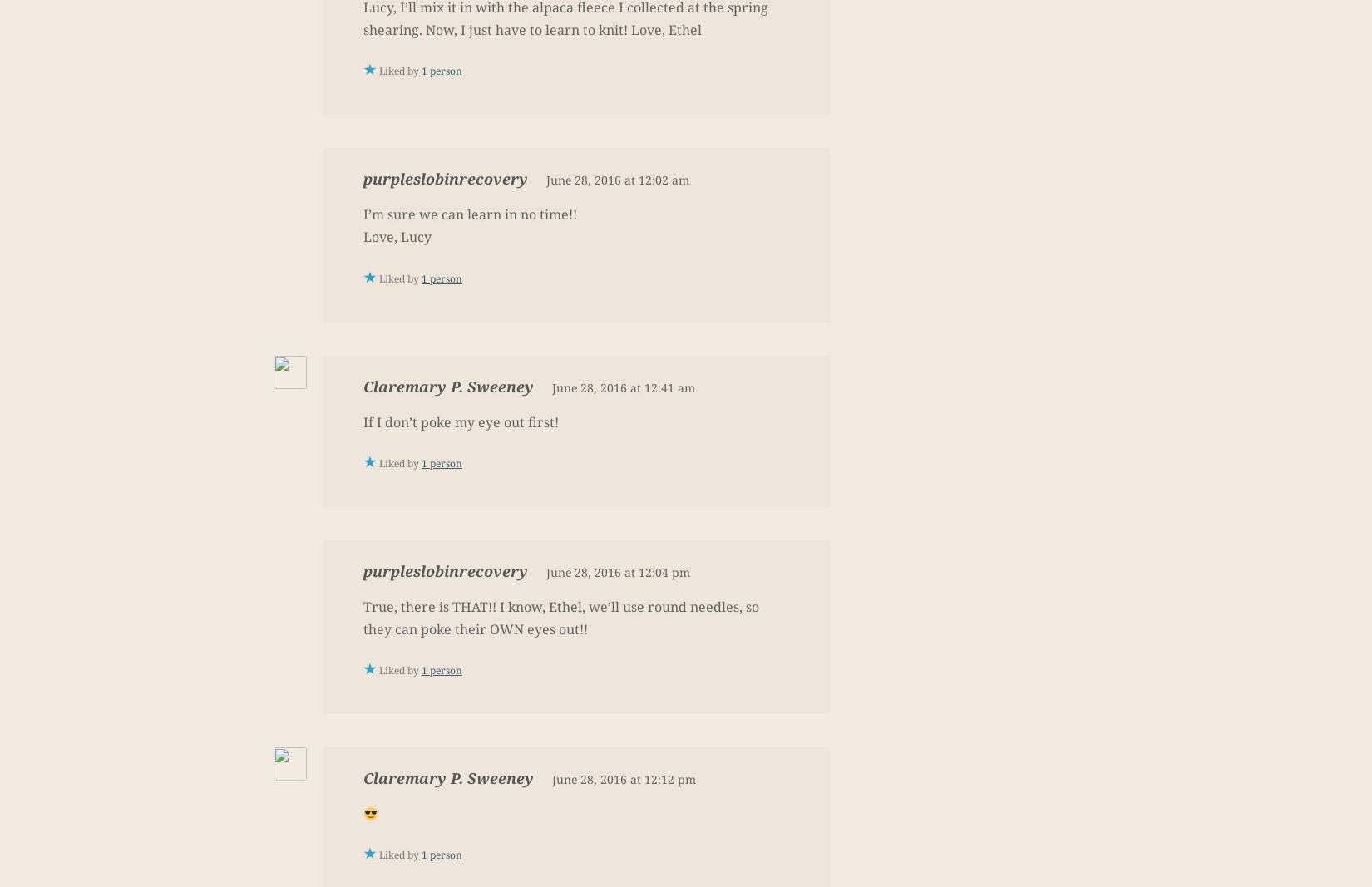  Describe the element at coordinates (560, 616) in the screenshot. I see `'True, there is THAT!!  I know, Ethel, we’ll use round needles, so they can poke their OWN eyes out!!'` at that location.